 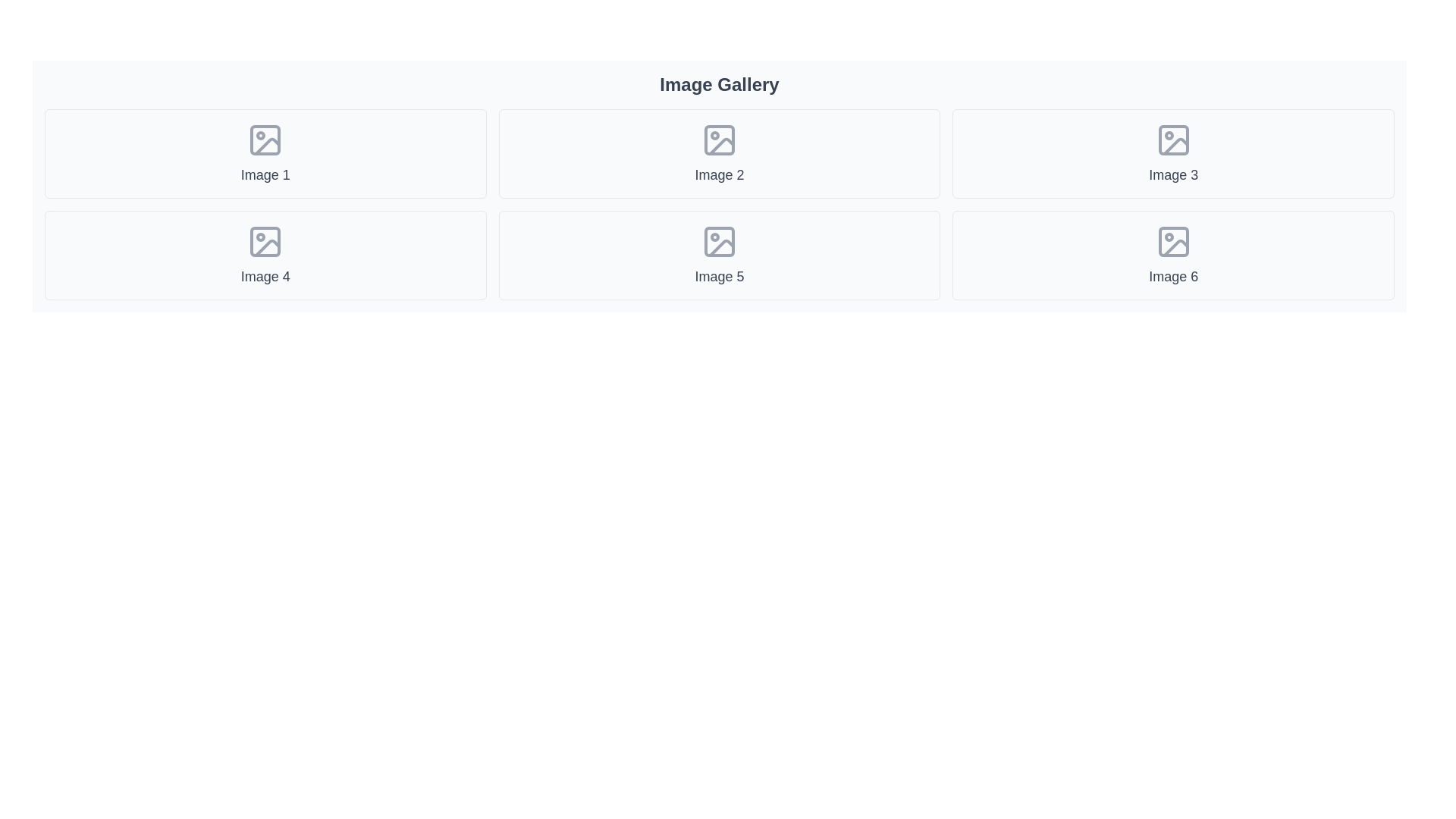 What do you see at coordinates (265, 154) in the screenshot?
I see `the Gallery item labeled 'Image 1' which contains a centered icon of an image outline` at bounding box center [265, 154].